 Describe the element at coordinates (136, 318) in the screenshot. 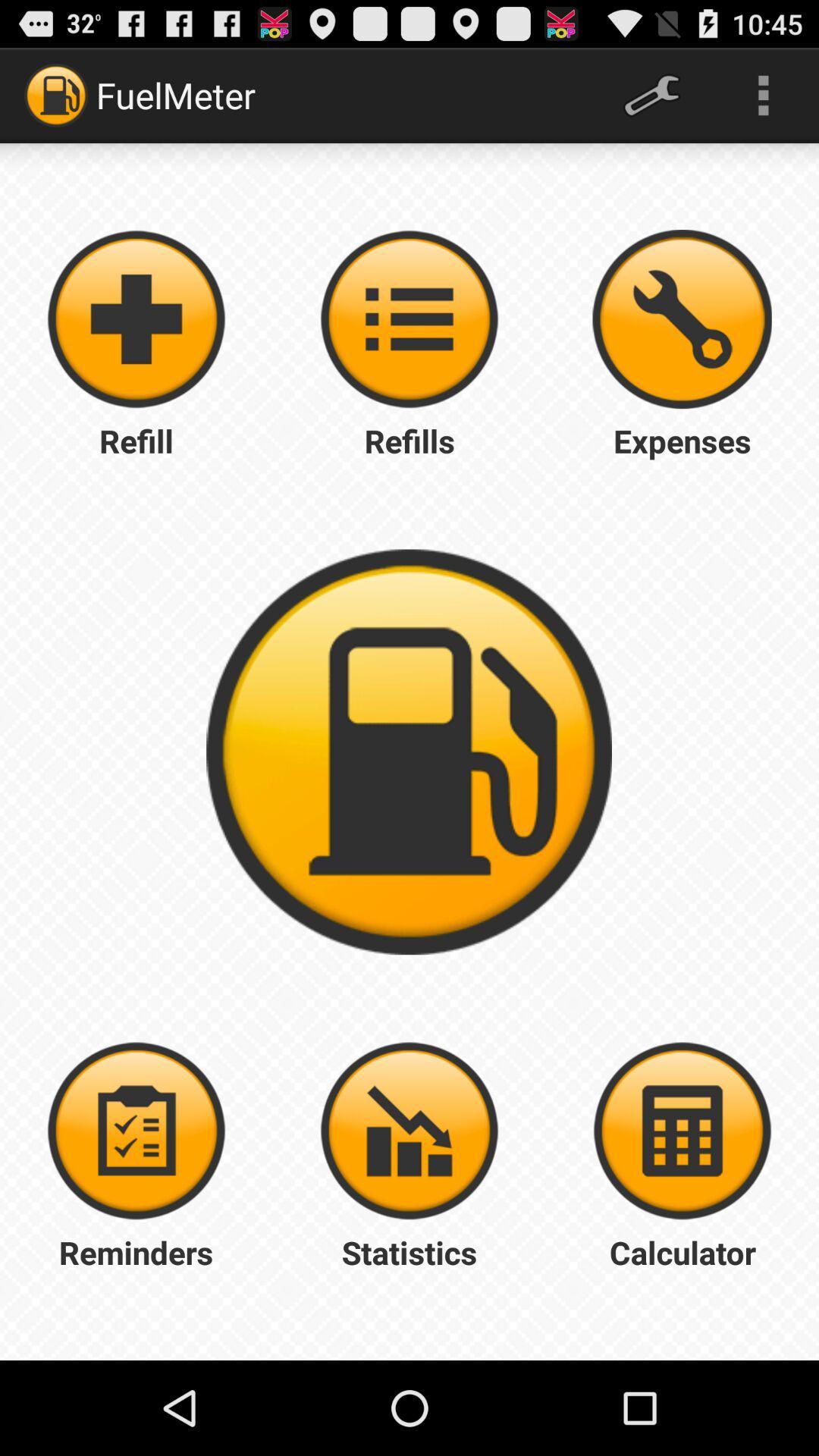

I see `refill option` at that location.